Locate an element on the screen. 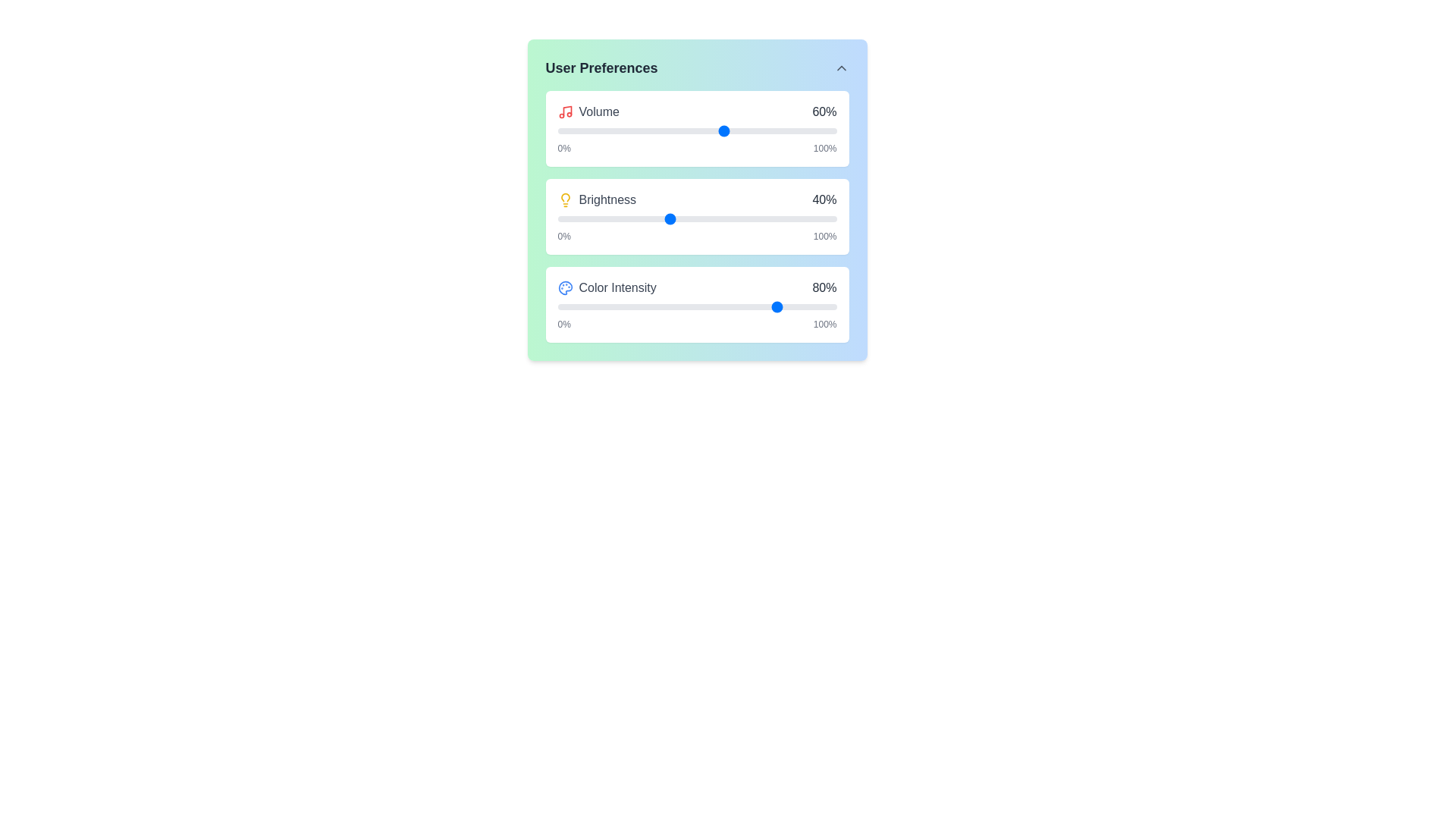  the red musical note icon located to the left of the 'Volume' label in the settings interface is located at coordinates (564, 111).